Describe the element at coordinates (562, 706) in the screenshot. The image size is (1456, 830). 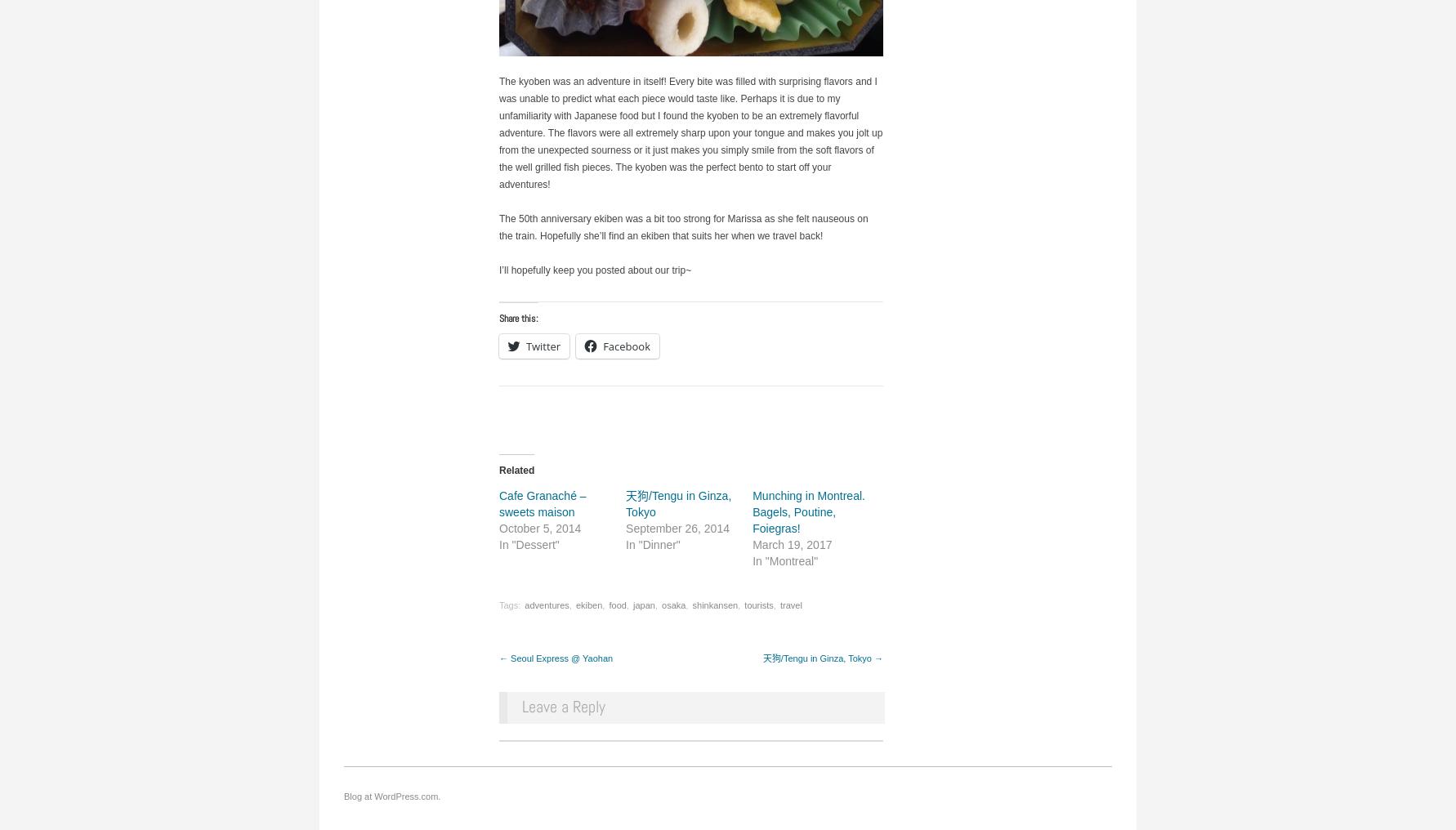
I see `'Leave a Reply'` at that location.